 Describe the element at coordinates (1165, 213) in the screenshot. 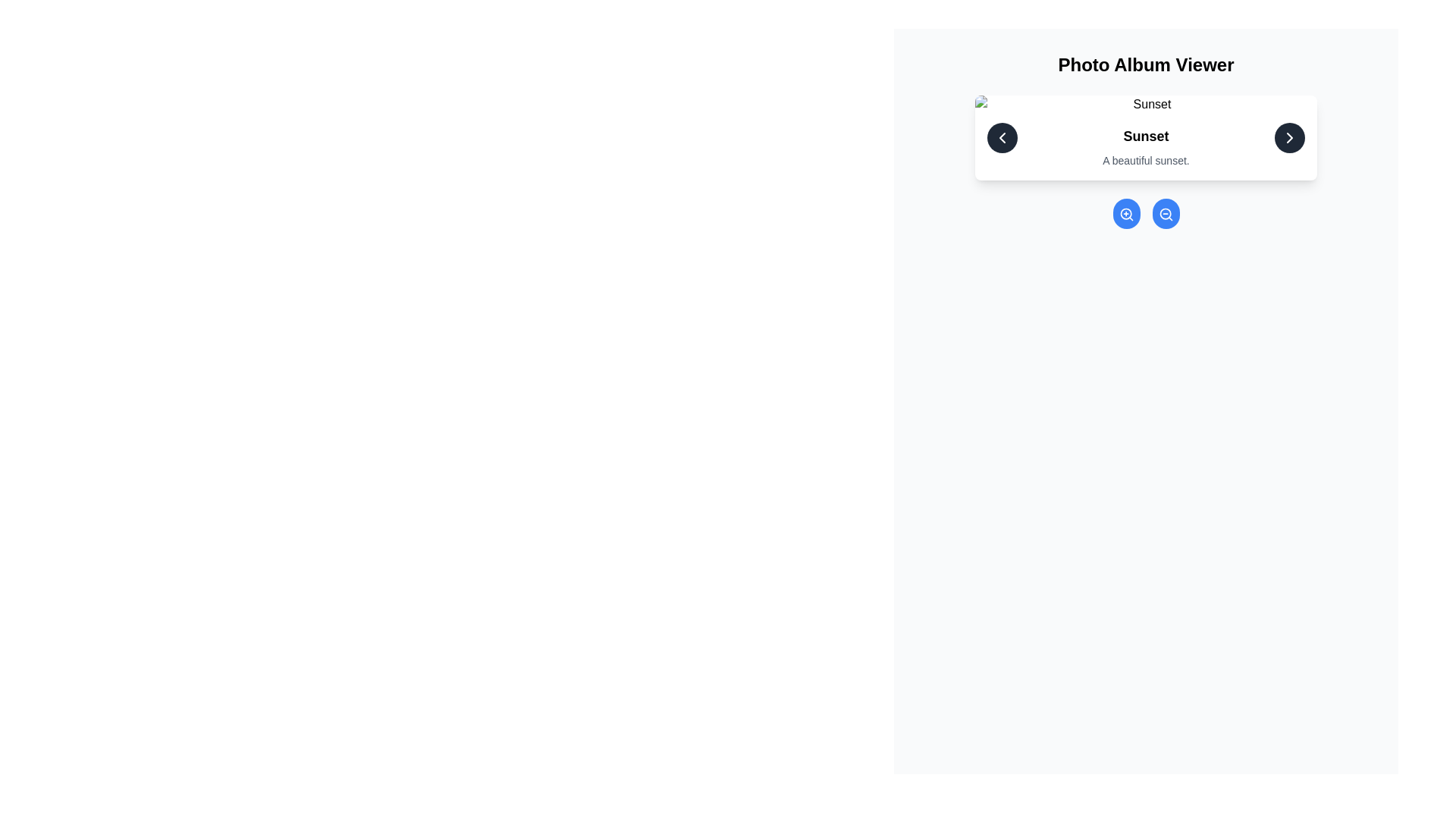

I see `the zoom out button located near the bottom of the main content area, which is the second button in a row of two` at that location.